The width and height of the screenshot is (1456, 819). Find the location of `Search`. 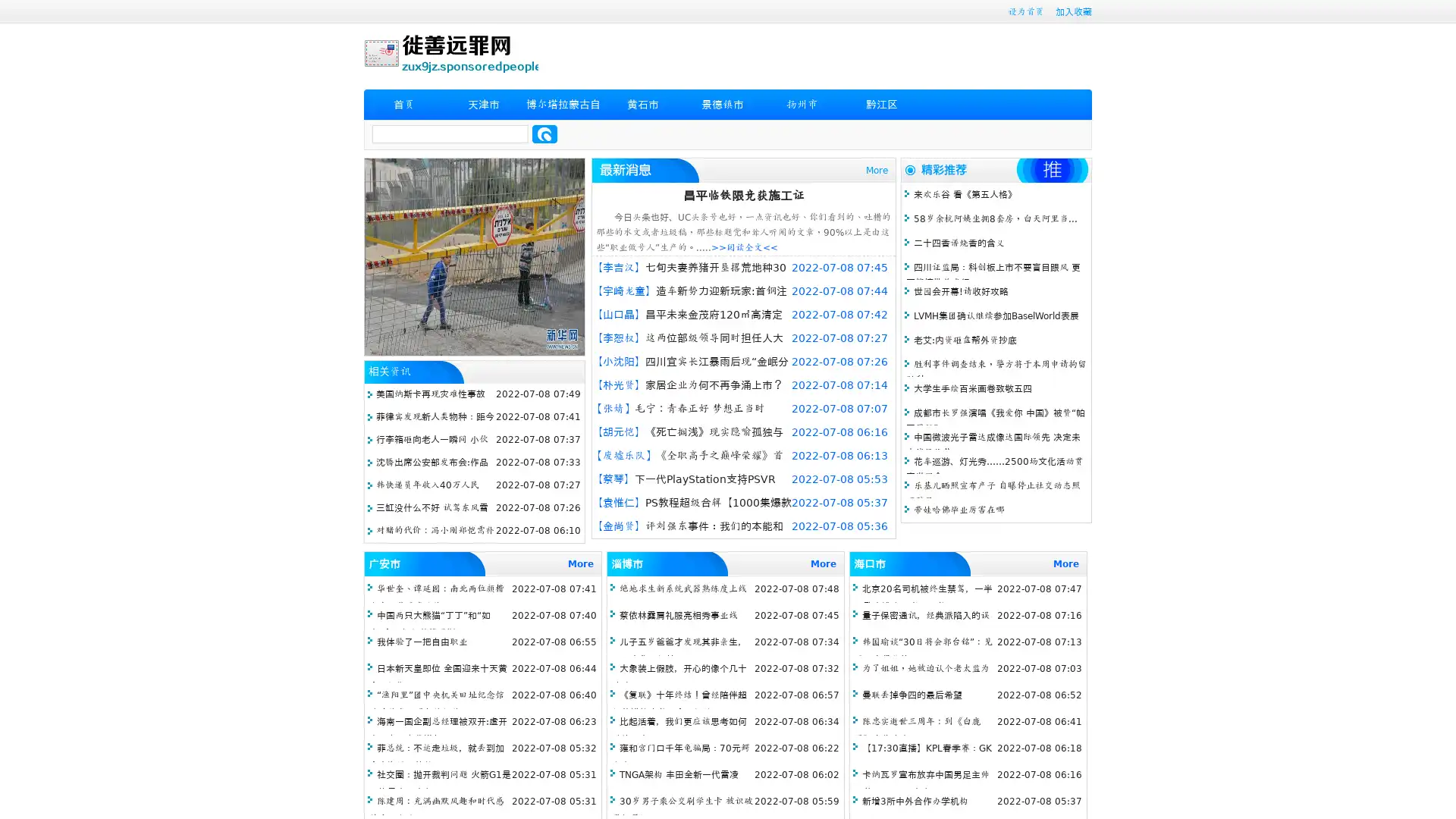

Search is located at coordinates (544, 133).